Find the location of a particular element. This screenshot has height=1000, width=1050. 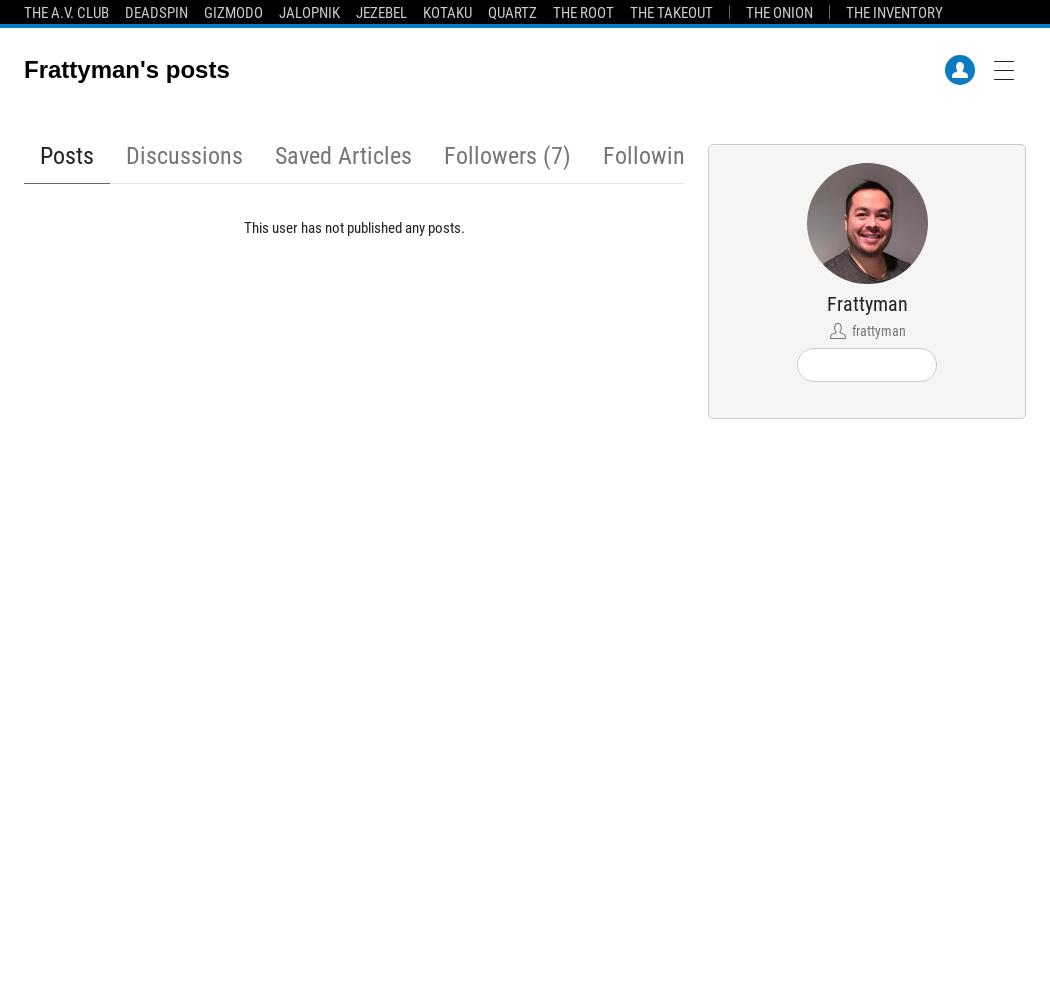

'Following (5)' is located at coordinates (665, 156).